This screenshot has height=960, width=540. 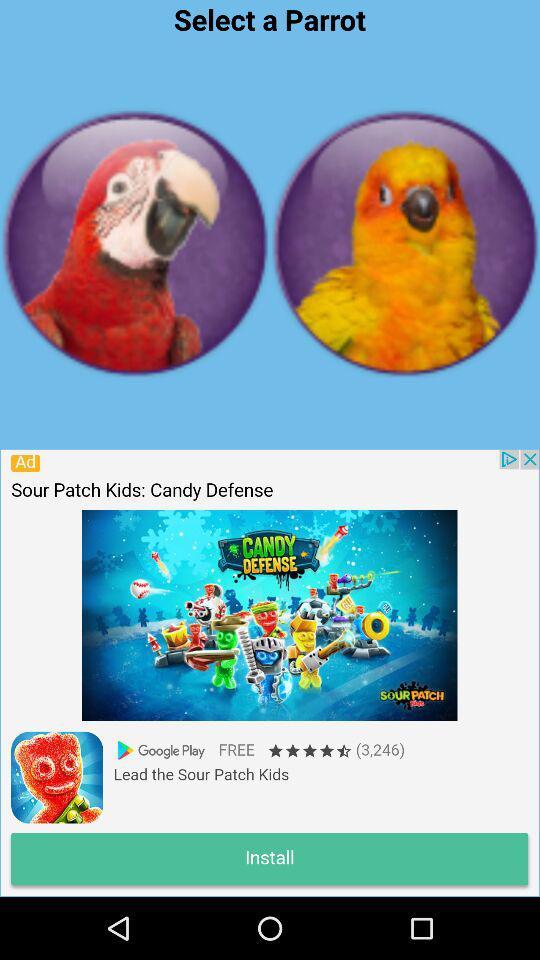 I want to click on birds page, so click(x=405, y=242).